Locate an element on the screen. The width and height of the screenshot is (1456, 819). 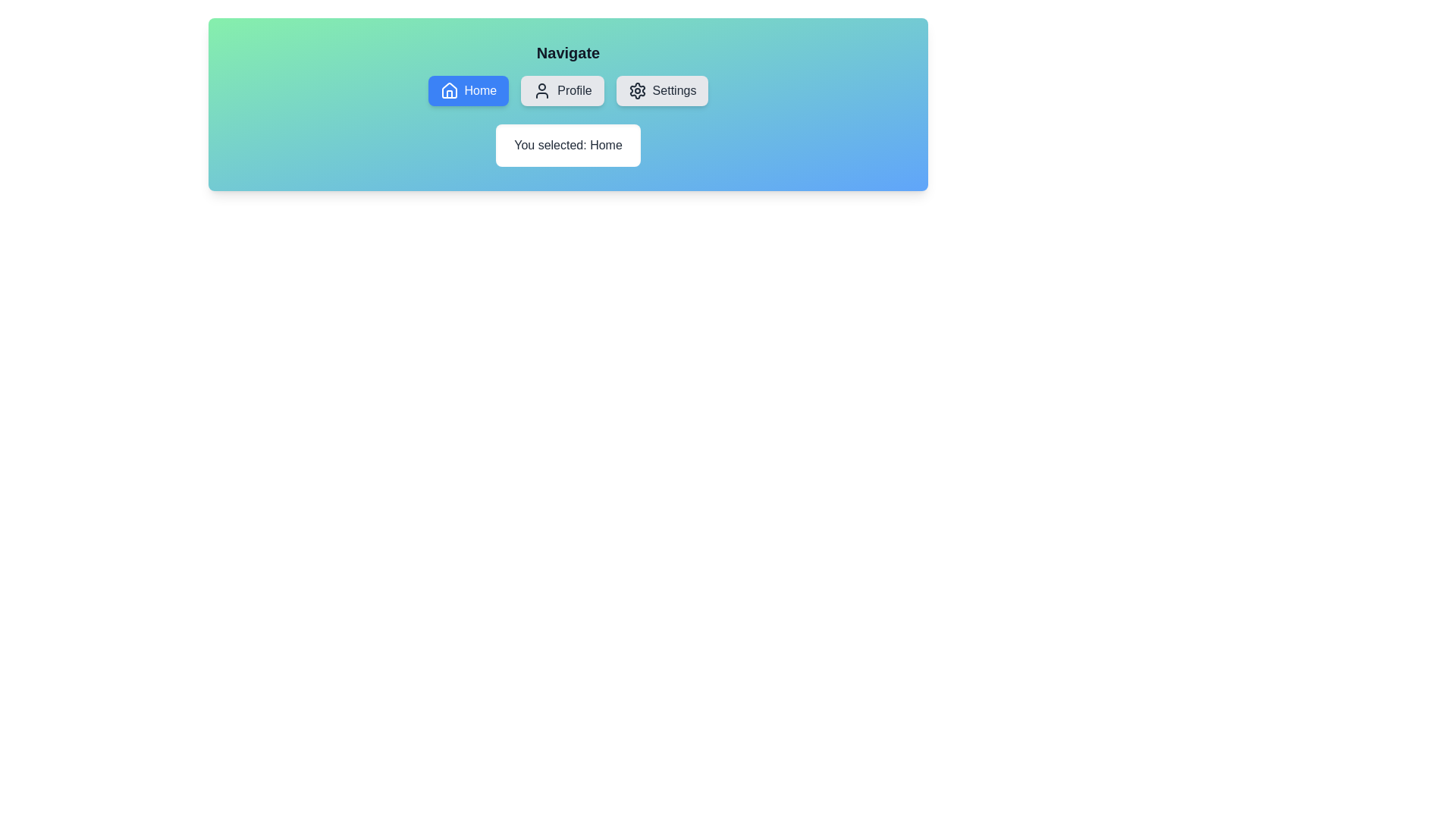
the navigation option Profile is located at coordinates (561, 90).